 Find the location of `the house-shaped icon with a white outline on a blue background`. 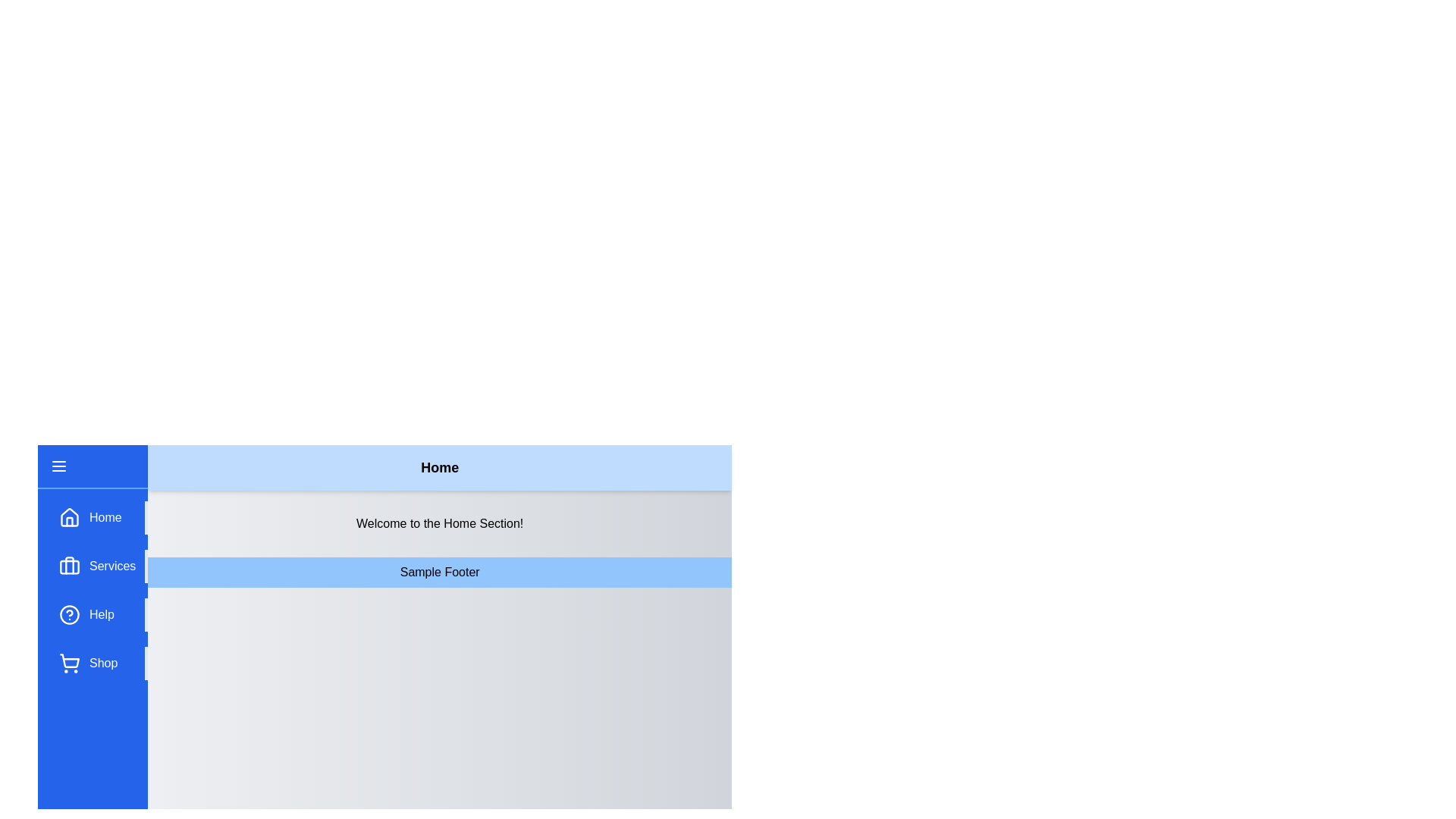

the house-shaped icon with a white outline on a blue background is located at coordinates (68, 516).